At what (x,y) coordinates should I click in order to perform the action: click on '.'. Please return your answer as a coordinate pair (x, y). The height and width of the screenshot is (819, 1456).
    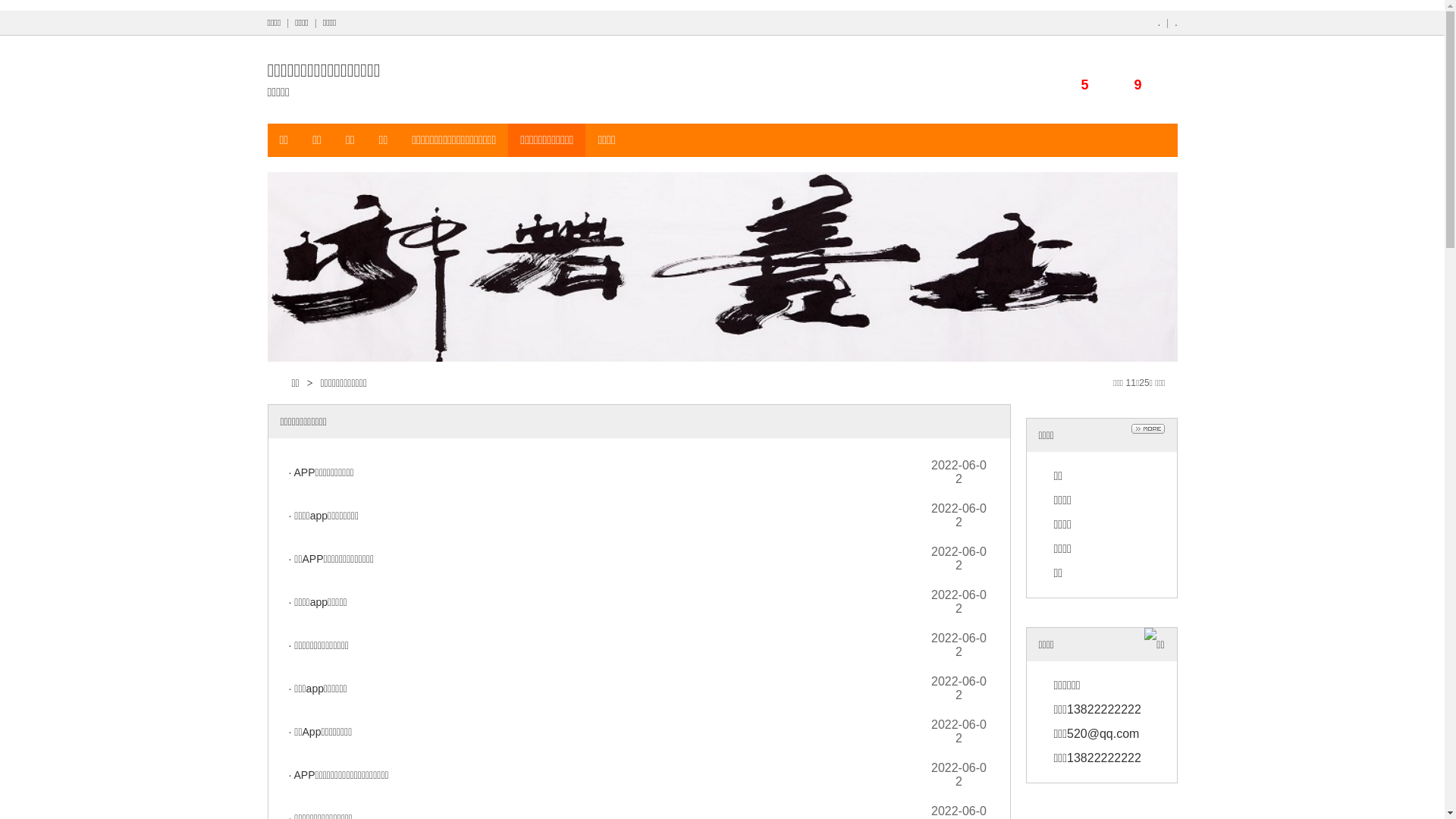
    Looking at the image, I should click on (1158, 23).